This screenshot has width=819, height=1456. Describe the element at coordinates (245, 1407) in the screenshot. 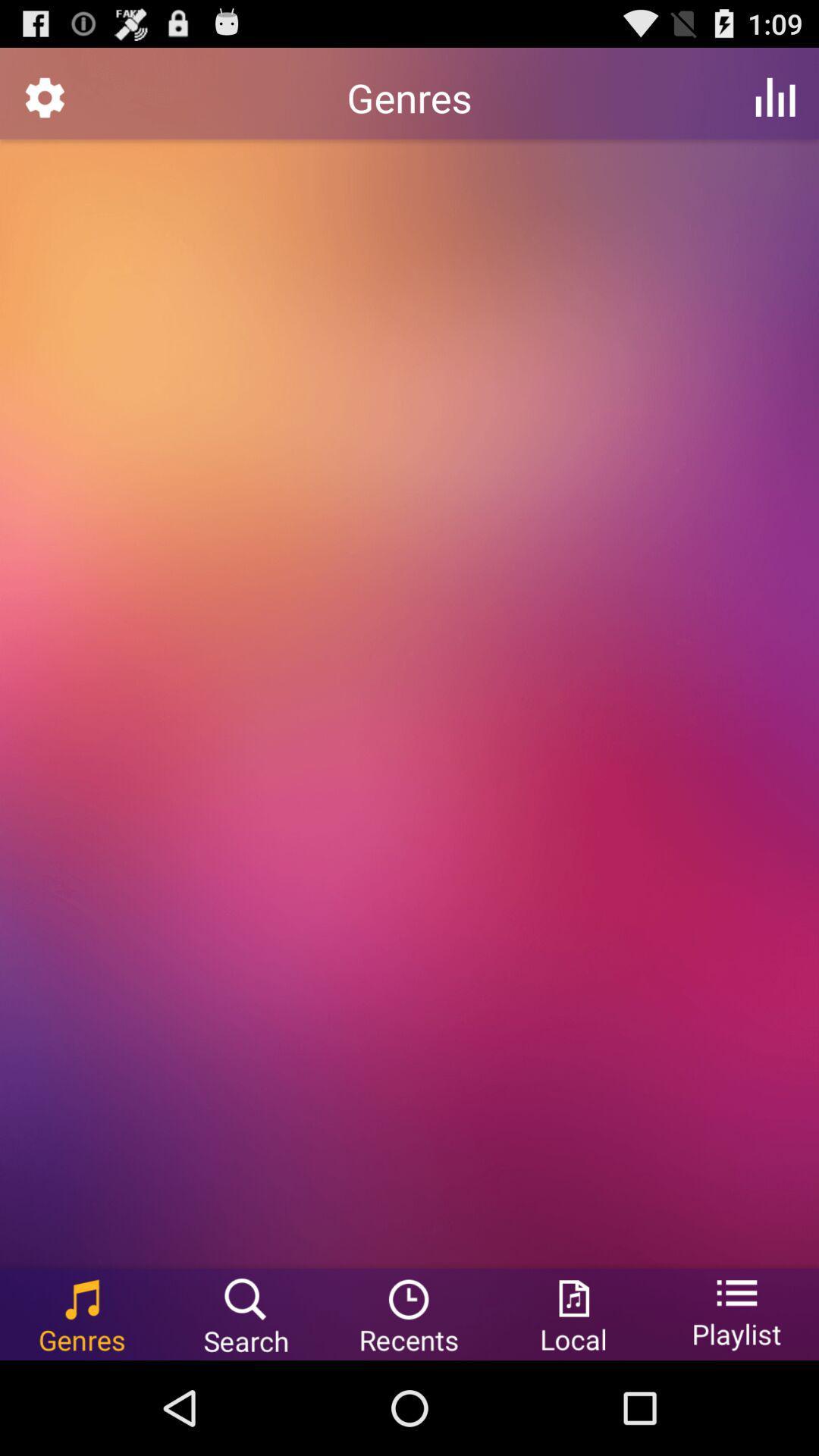

I see `the search icon` at that location.